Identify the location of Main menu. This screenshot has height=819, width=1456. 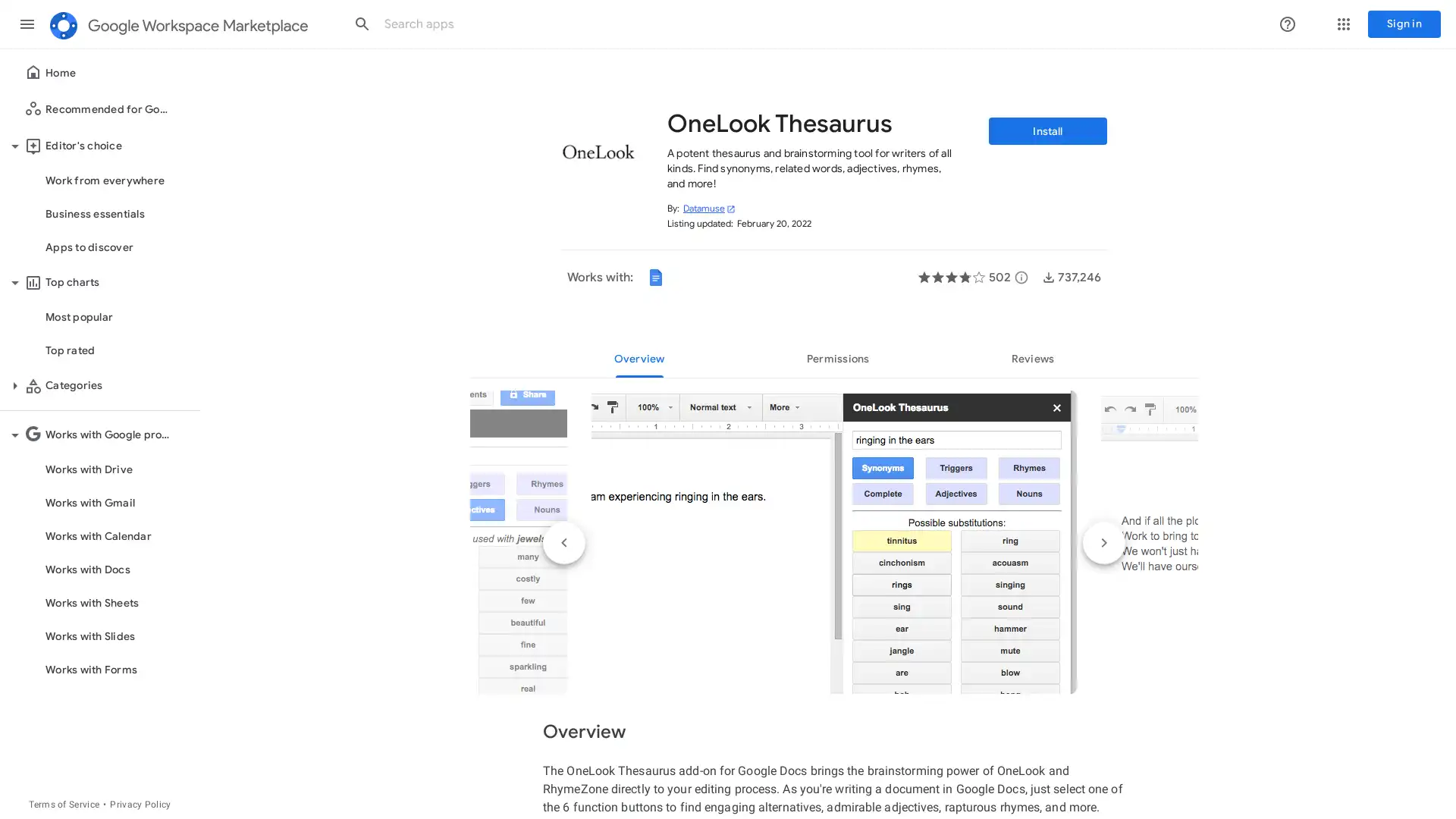
(27, 24).